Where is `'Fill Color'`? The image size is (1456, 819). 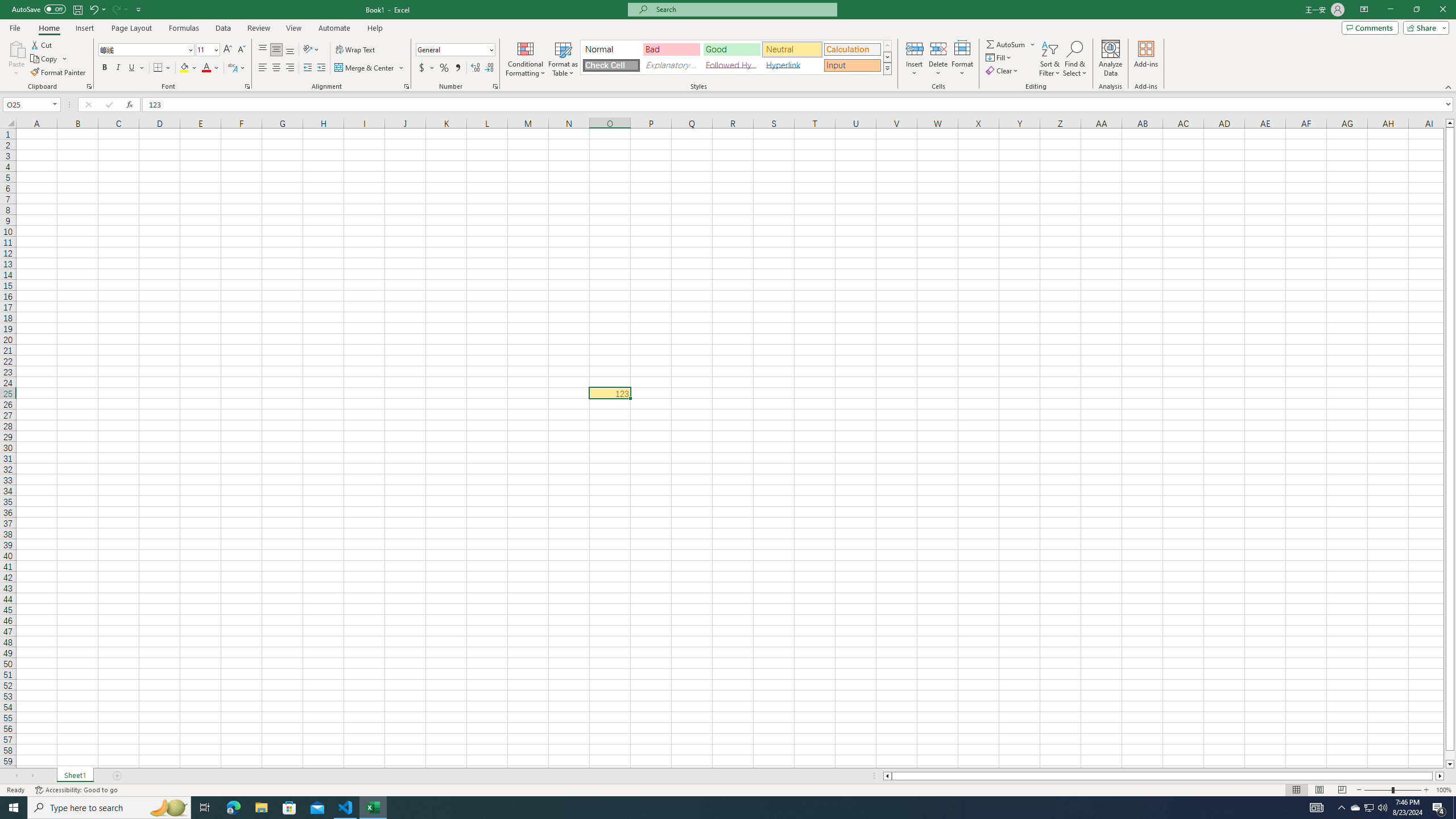
'Fill Color' is located at coordinates (188, 67).